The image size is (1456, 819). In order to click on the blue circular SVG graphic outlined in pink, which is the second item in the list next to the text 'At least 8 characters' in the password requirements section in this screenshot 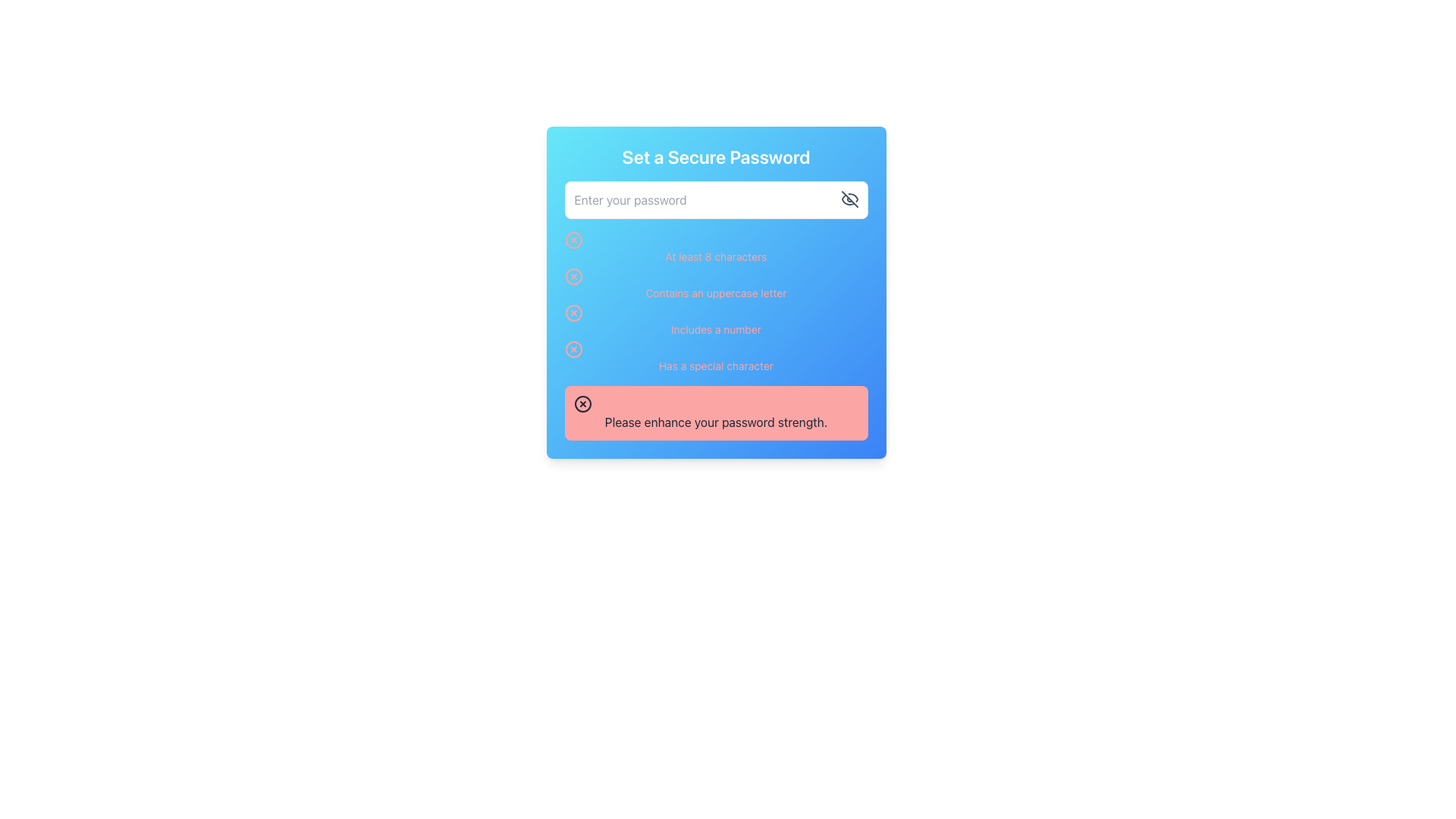, I will do `click(573, 277)`.